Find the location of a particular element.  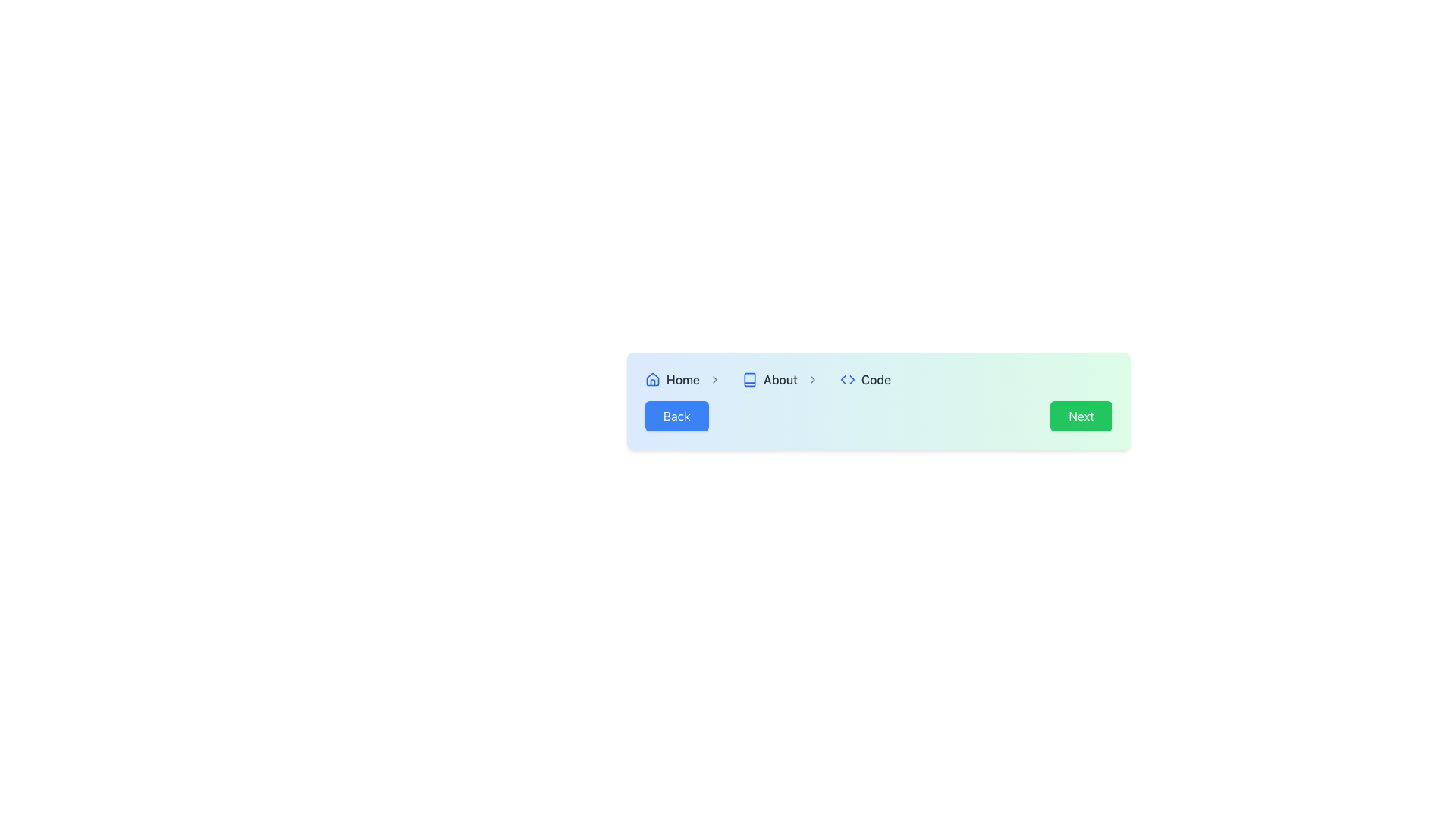

the blue house icon located to the left of the 'Home' text label to visit the home page is located at coordinates (652, 379).